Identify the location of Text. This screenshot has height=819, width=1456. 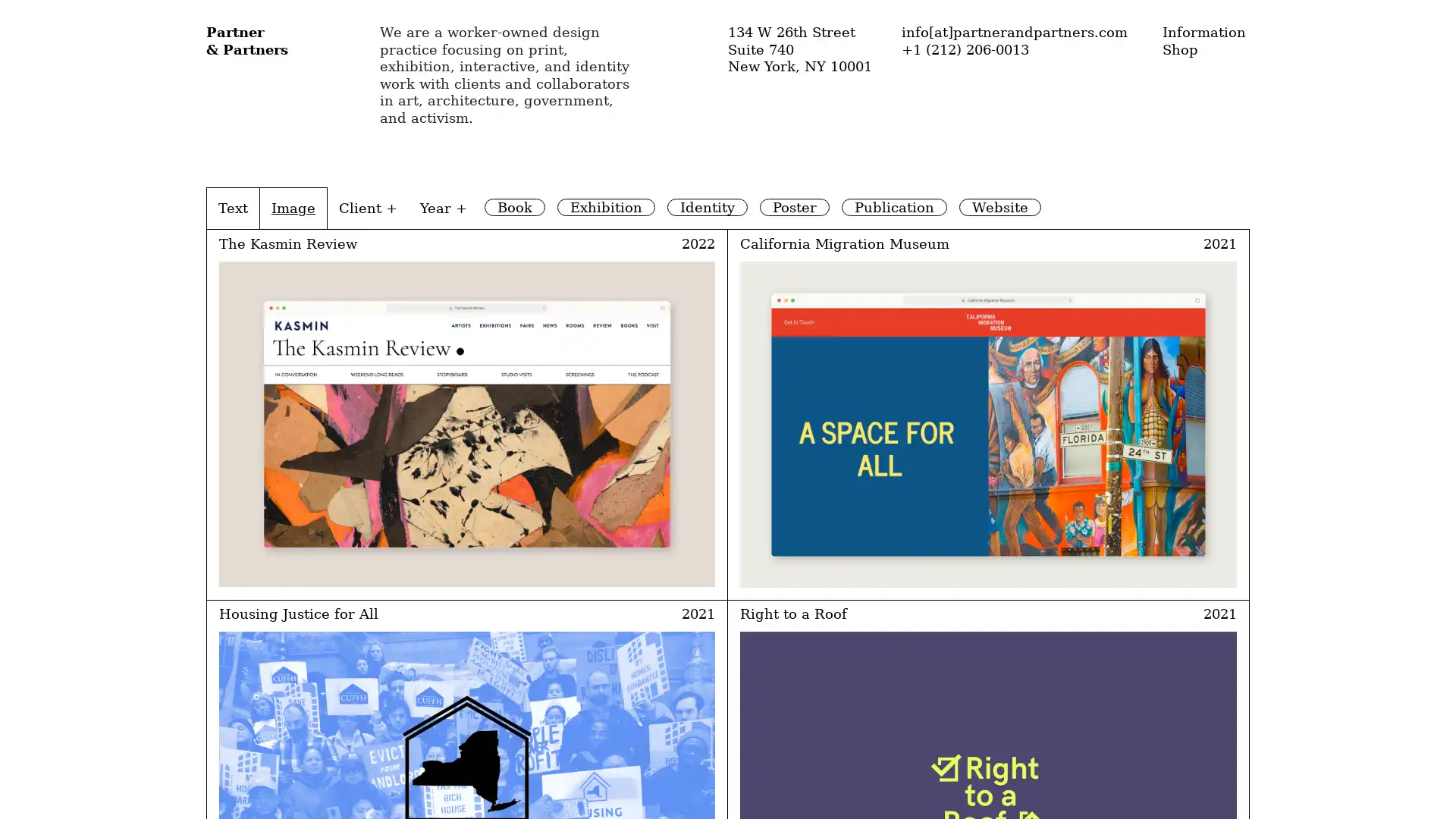
(232, 207).